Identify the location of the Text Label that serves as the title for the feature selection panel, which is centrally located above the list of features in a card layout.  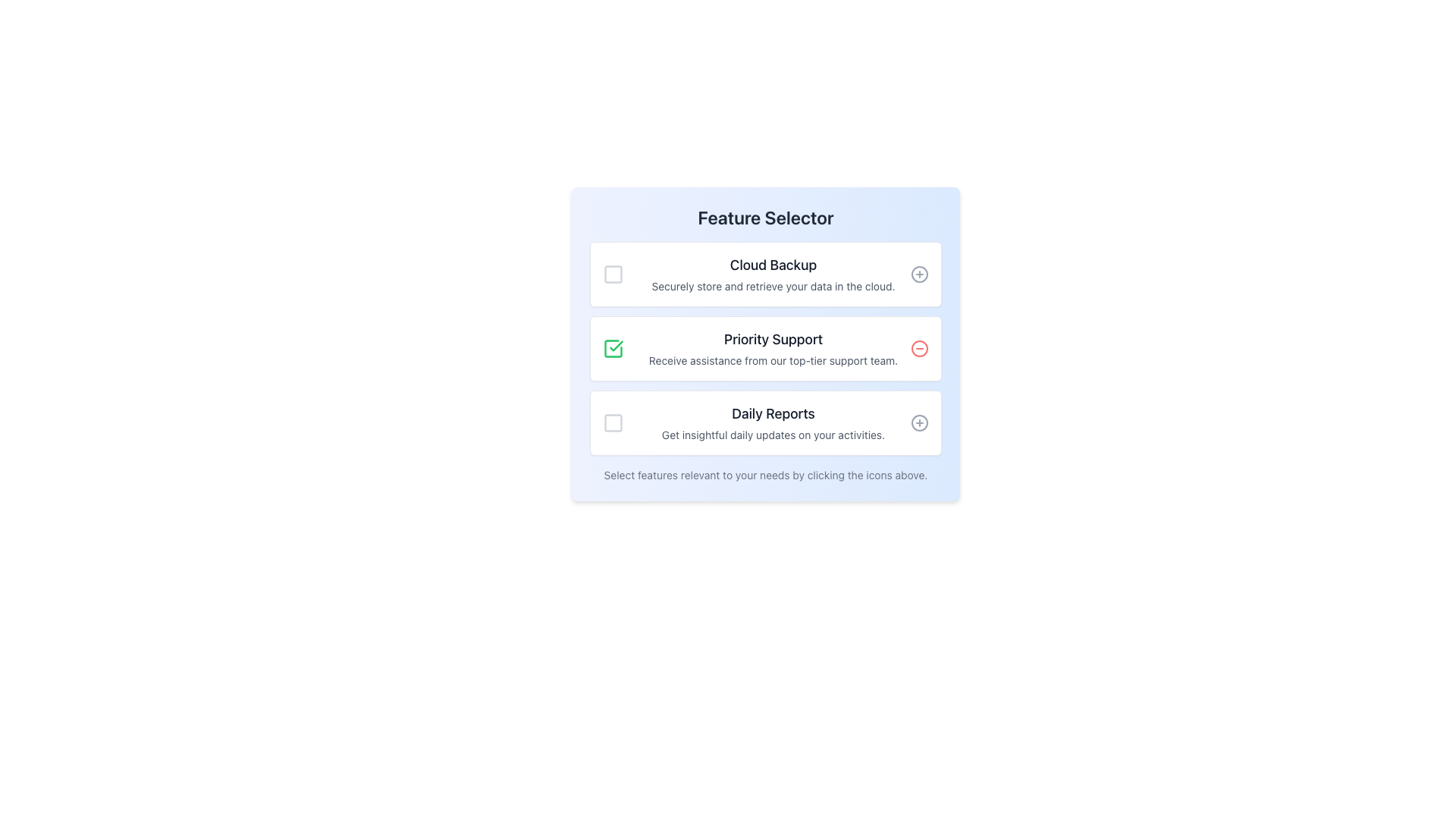
(765, 217).